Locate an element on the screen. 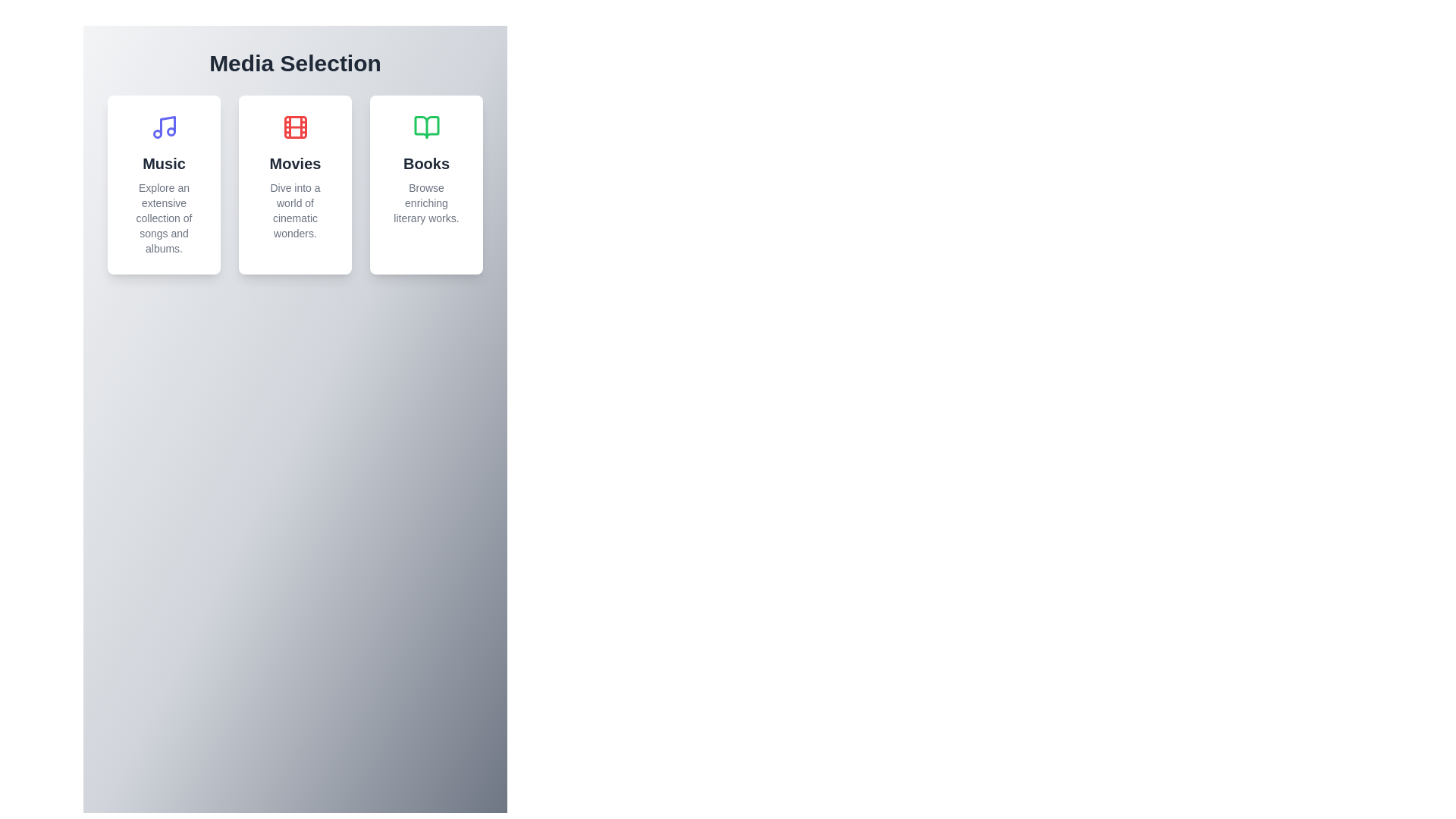 The height and width of the screenshot is (819, 1456). the 'Movies' informational card, which is the second item in a three-column grid layout, positioned between the 'Music' and 'Books' cards is located at coordinates (295, 184).